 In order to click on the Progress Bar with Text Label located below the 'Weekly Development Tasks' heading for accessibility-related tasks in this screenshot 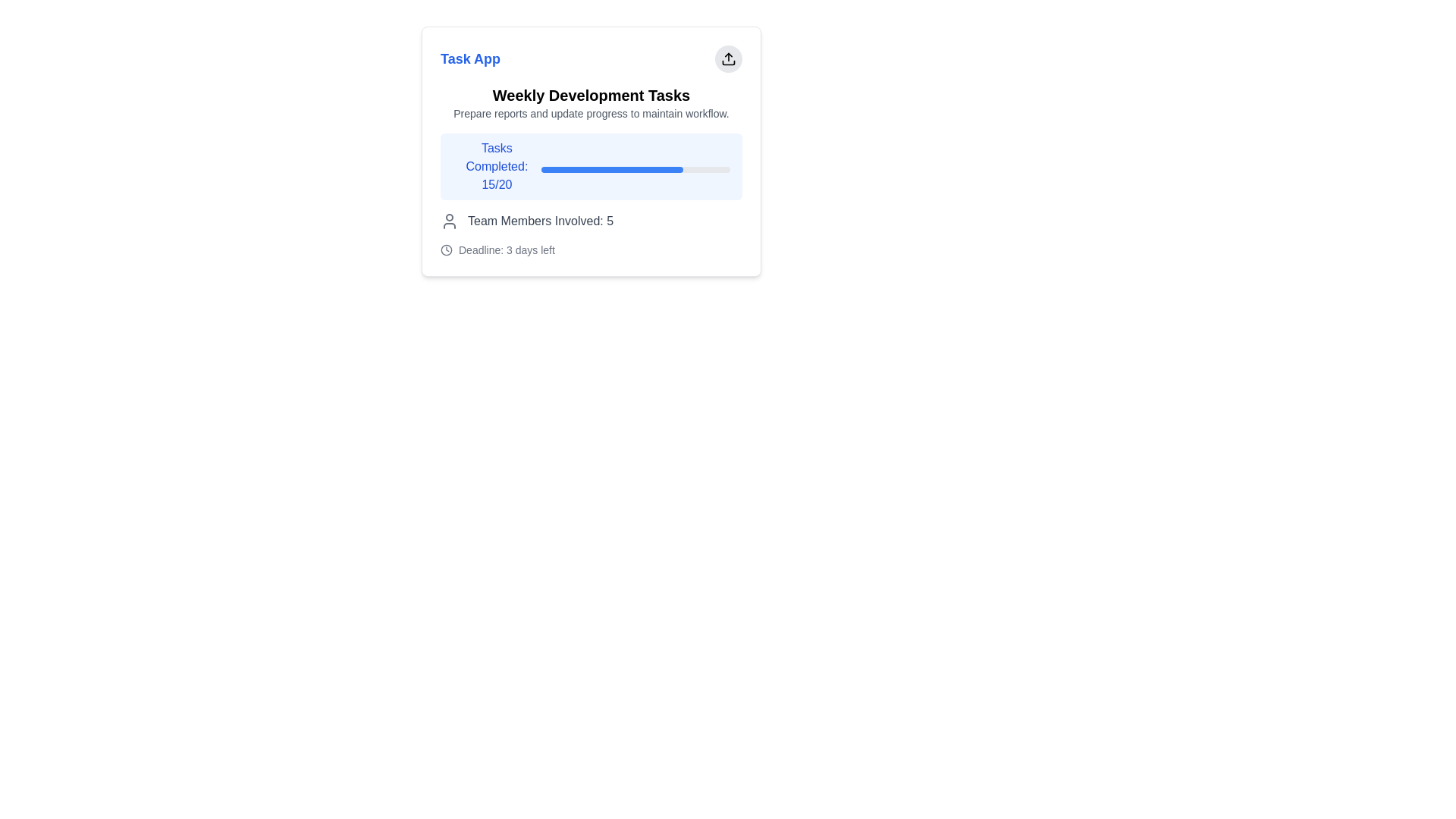, I will do `click(590, 166)`.